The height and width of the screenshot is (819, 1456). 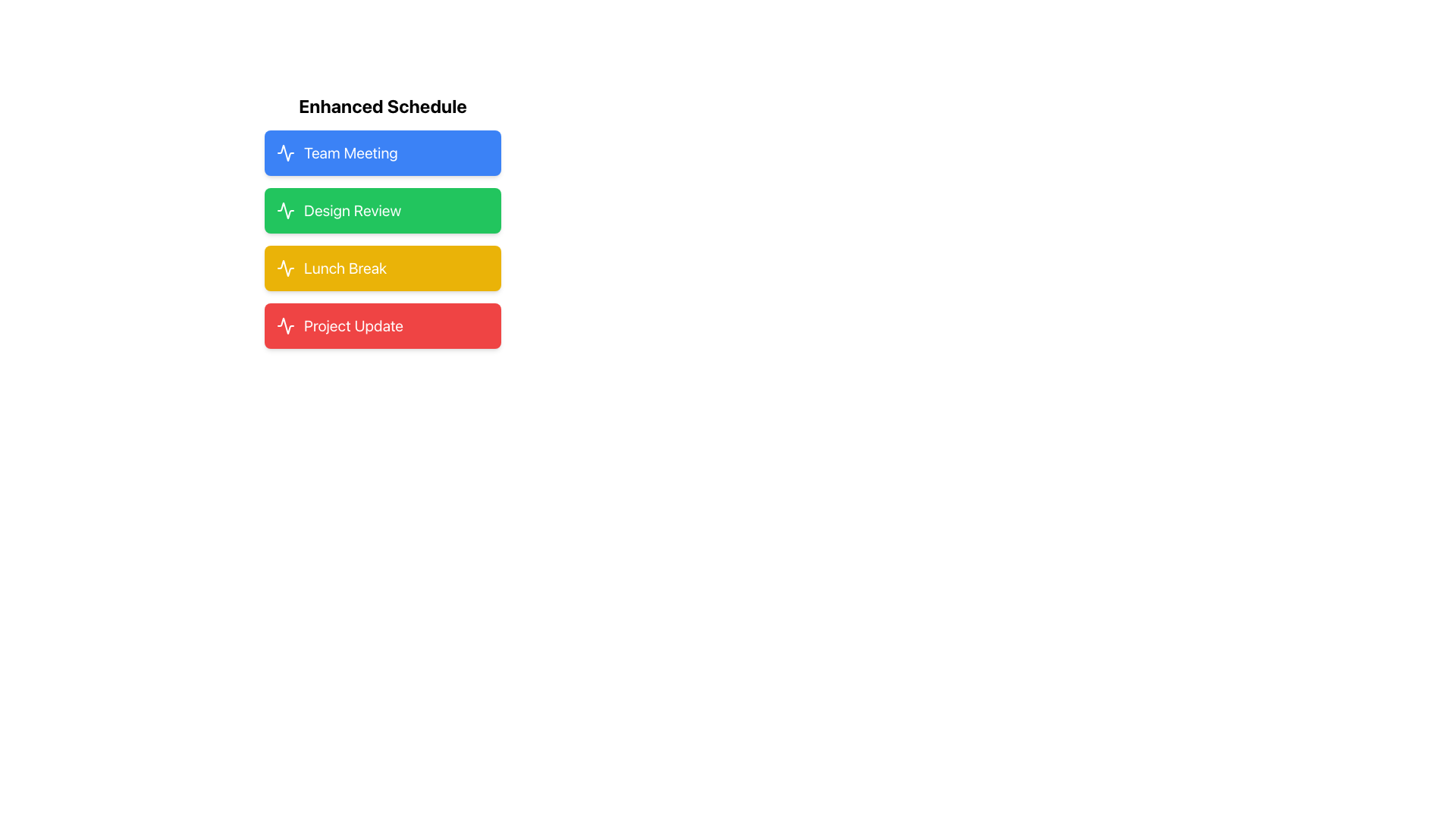 I want to click on the decorative vector graphic in the 'Lunch Break' section of the vertical list, which is aligned with the yellow background, so click(x=286, y=268).